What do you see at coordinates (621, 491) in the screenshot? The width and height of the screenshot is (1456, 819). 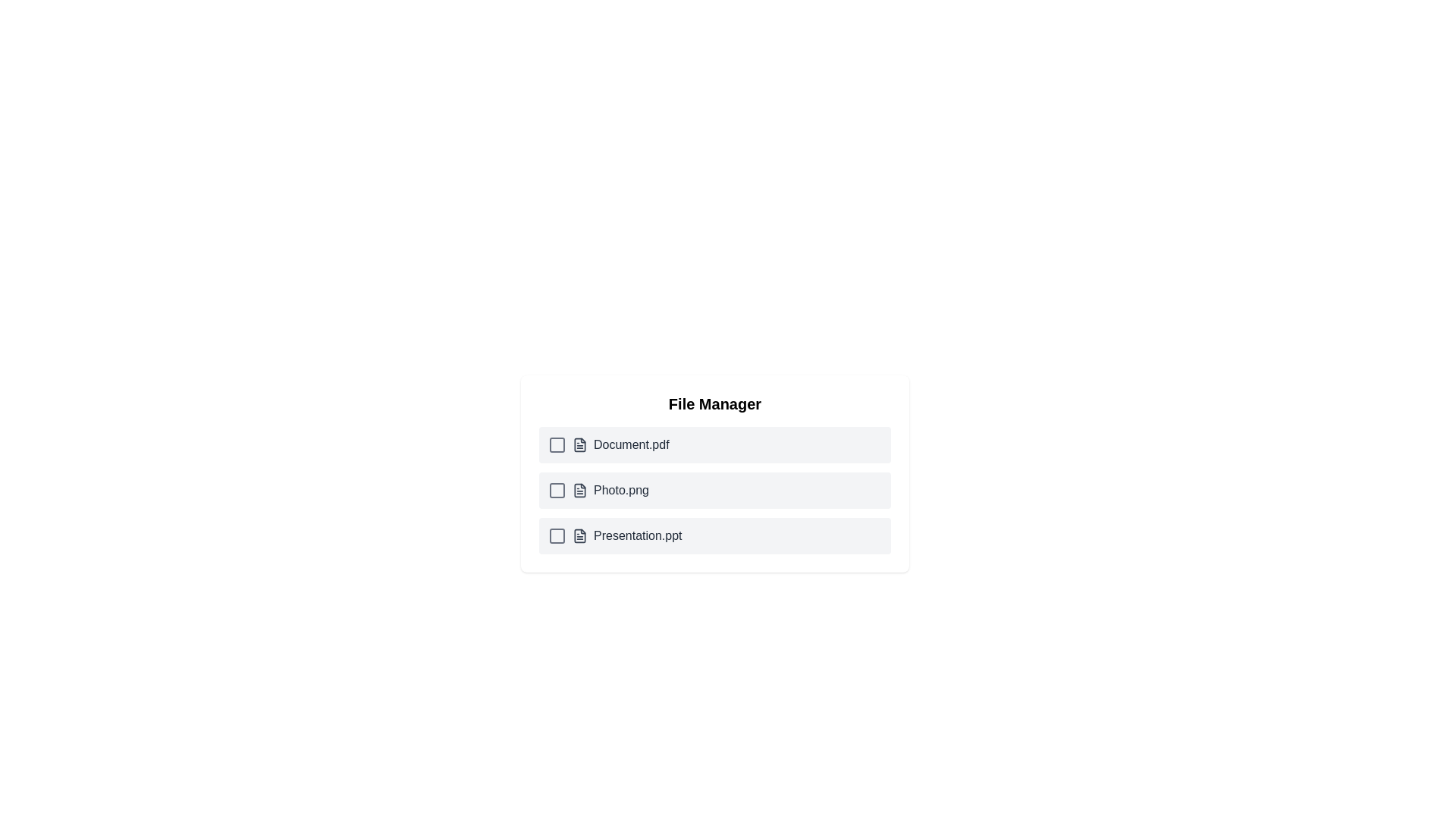 I see `the text label displaying the name of a file in the second row of the file manager interface` at bounding box center [621, 491].